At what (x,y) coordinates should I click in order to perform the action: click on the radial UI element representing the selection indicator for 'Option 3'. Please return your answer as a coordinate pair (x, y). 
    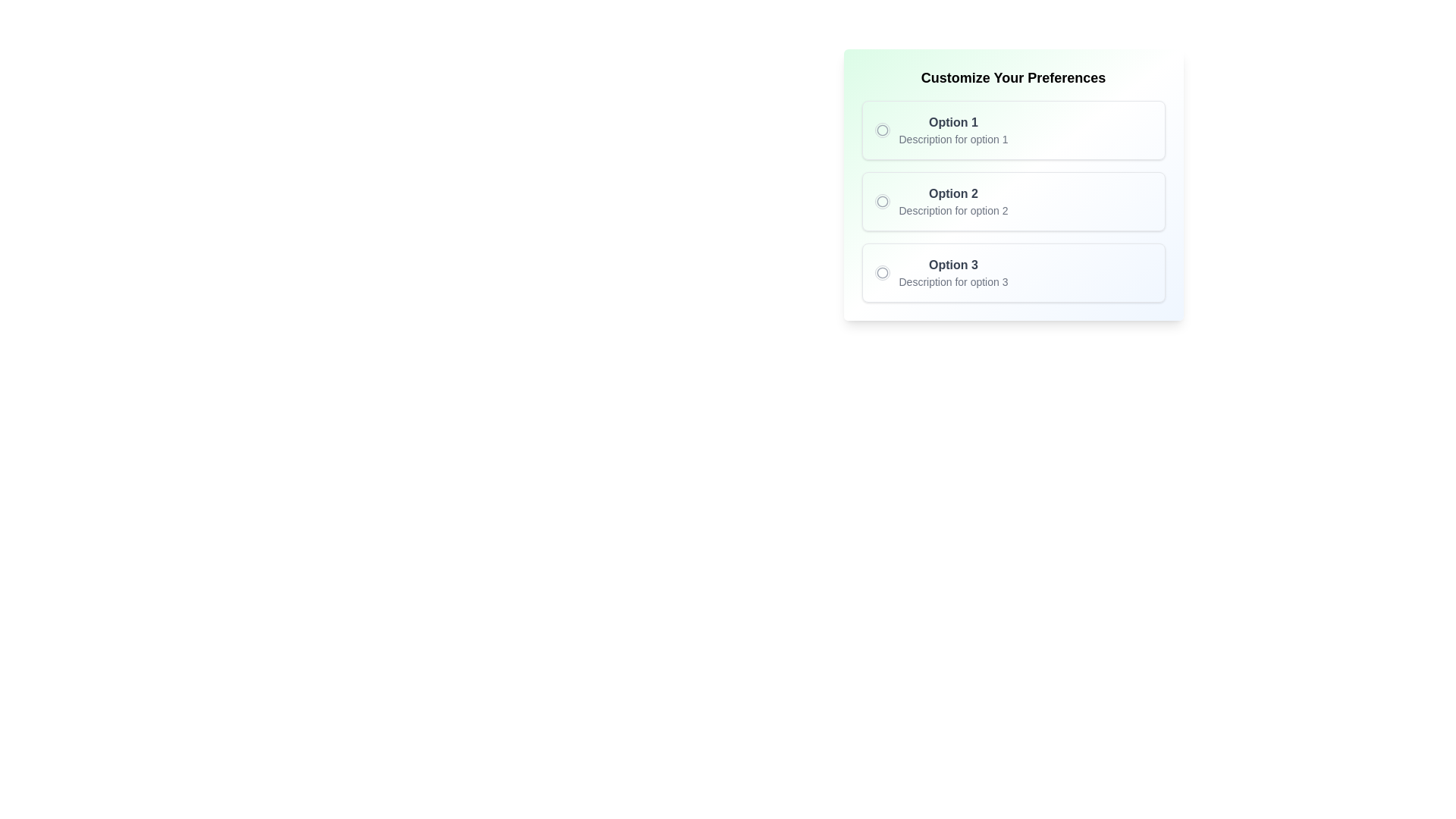
    Looking at the image, I should click on (882, 271).